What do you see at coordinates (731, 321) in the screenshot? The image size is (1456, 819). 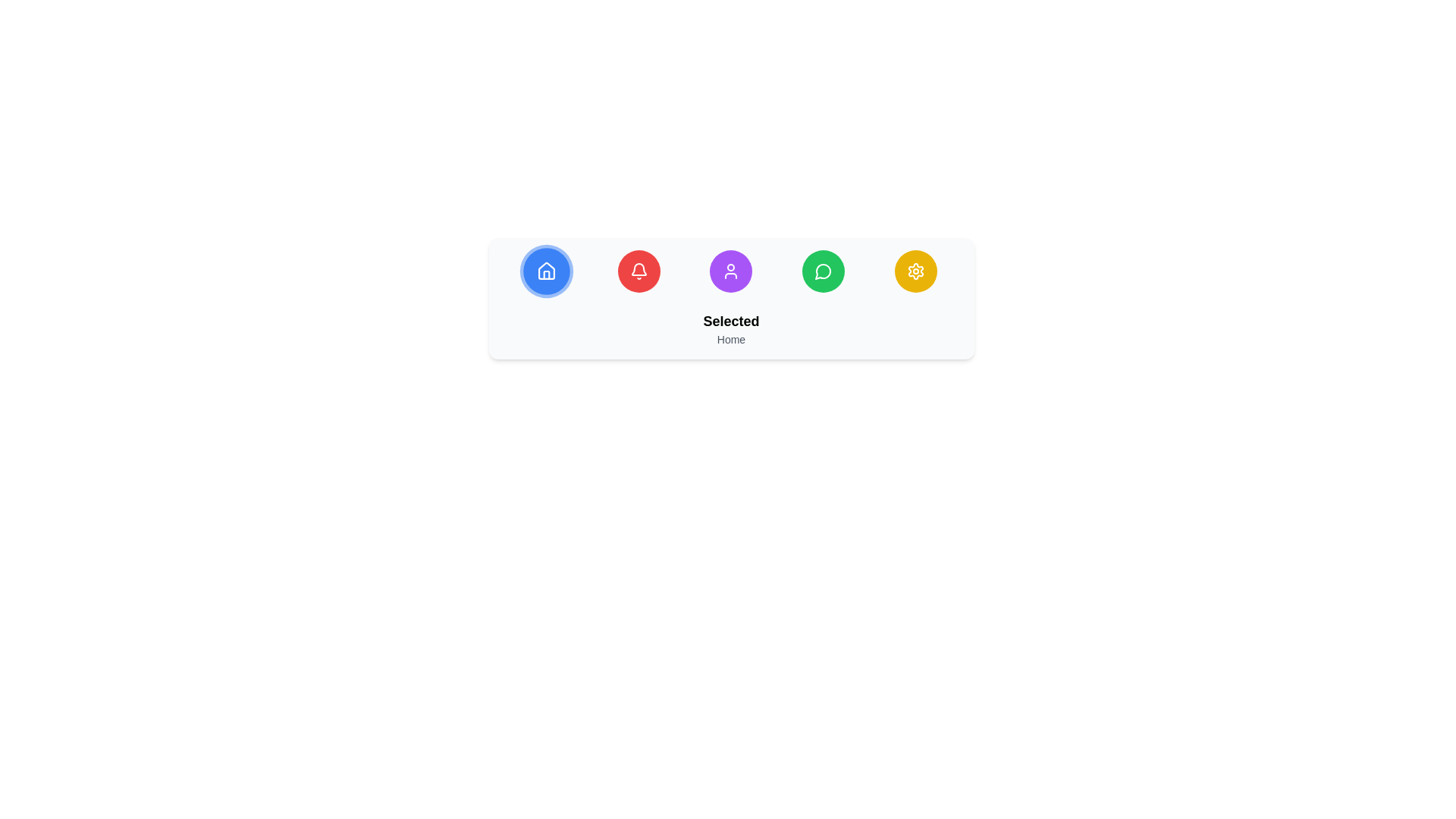 I see `the text label displaying 'Selected', which is styled in bold or semi-bold font and located beneath the navigation bar` at bounding box center [731, 321].